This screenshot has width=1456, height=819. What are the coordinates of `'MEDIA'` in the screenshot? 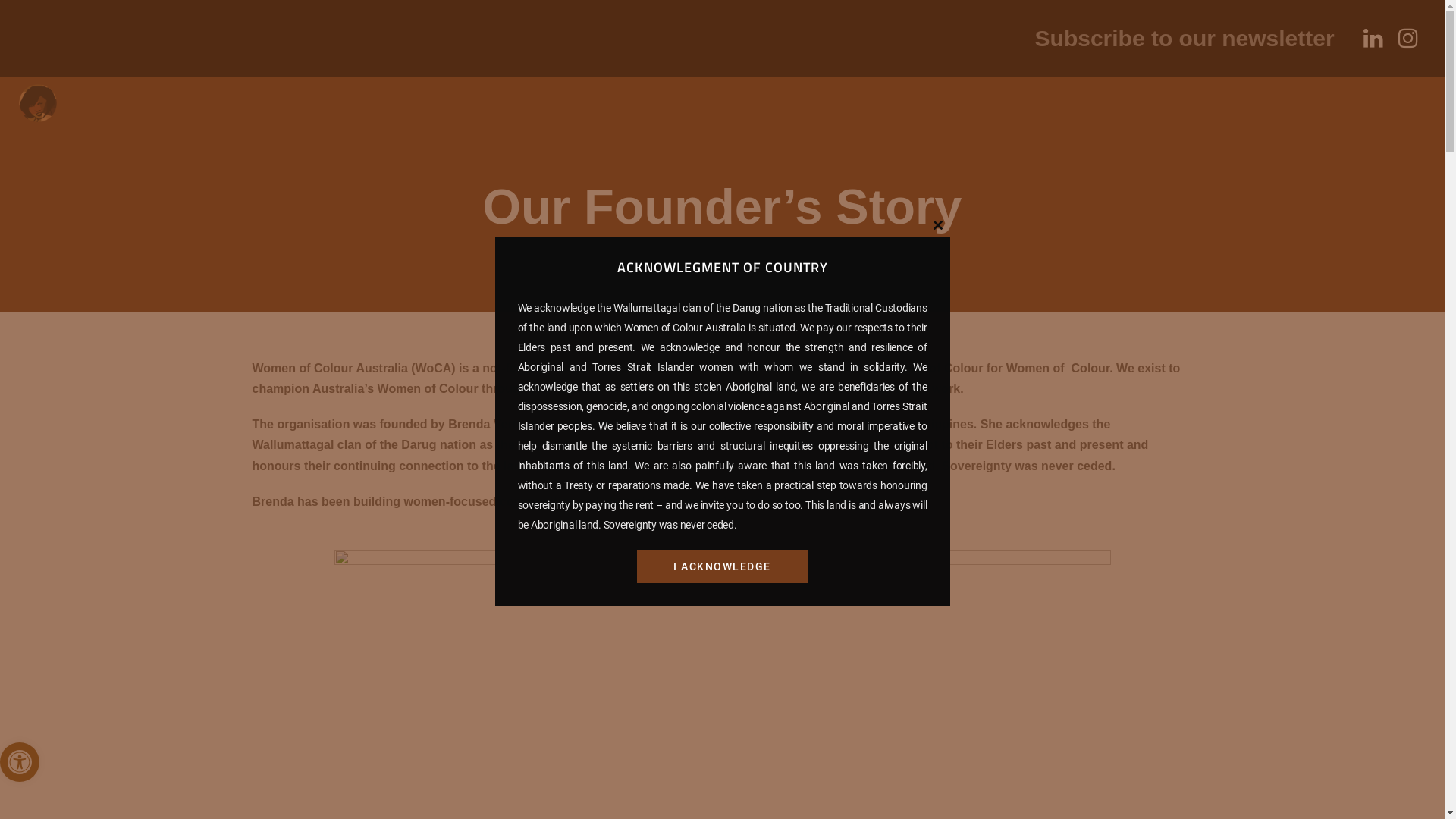 It's located at (691, 112).